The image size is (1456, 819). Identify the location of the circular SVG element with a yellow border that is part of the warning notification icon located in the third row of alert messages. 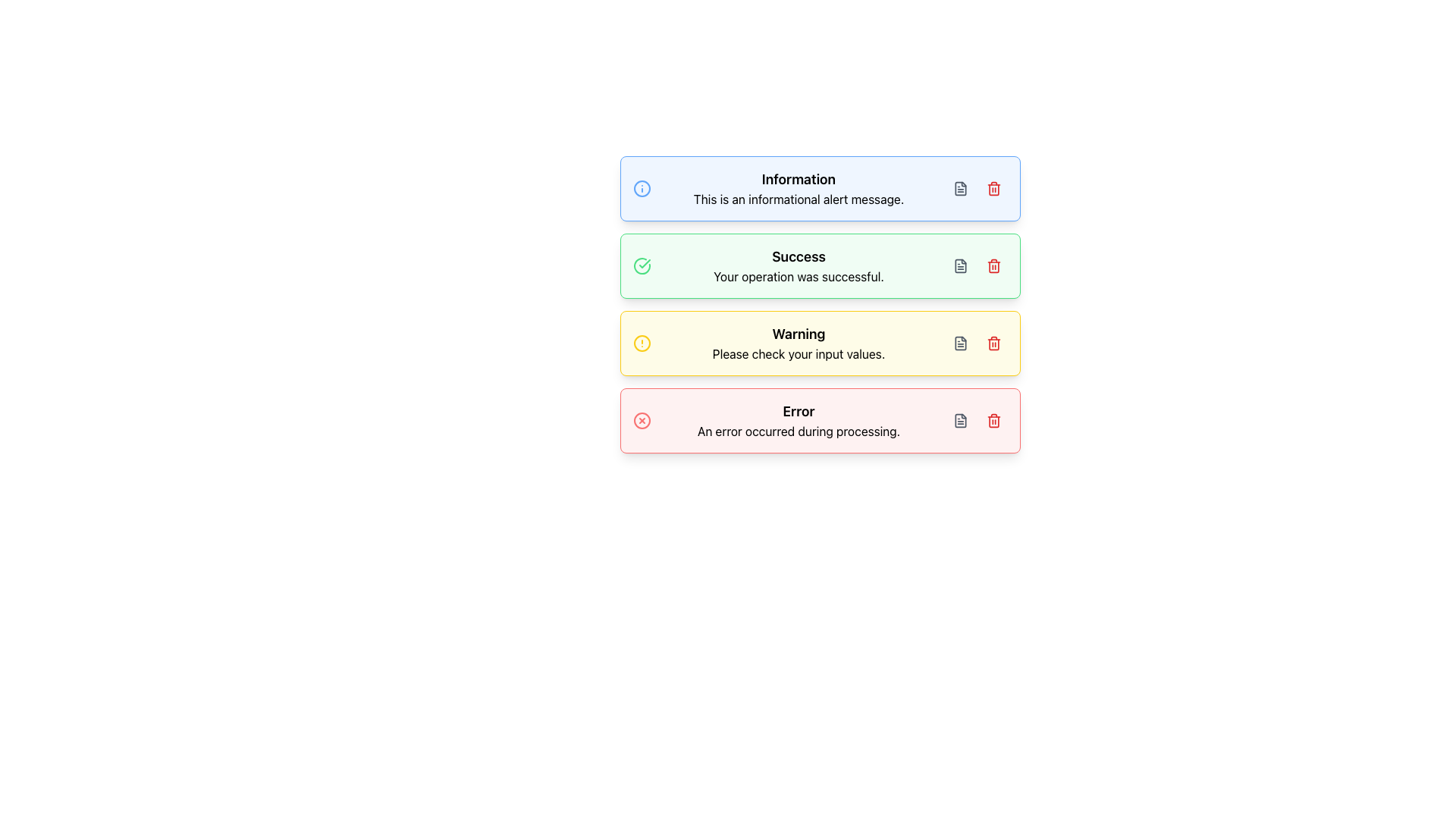
(642, 343).